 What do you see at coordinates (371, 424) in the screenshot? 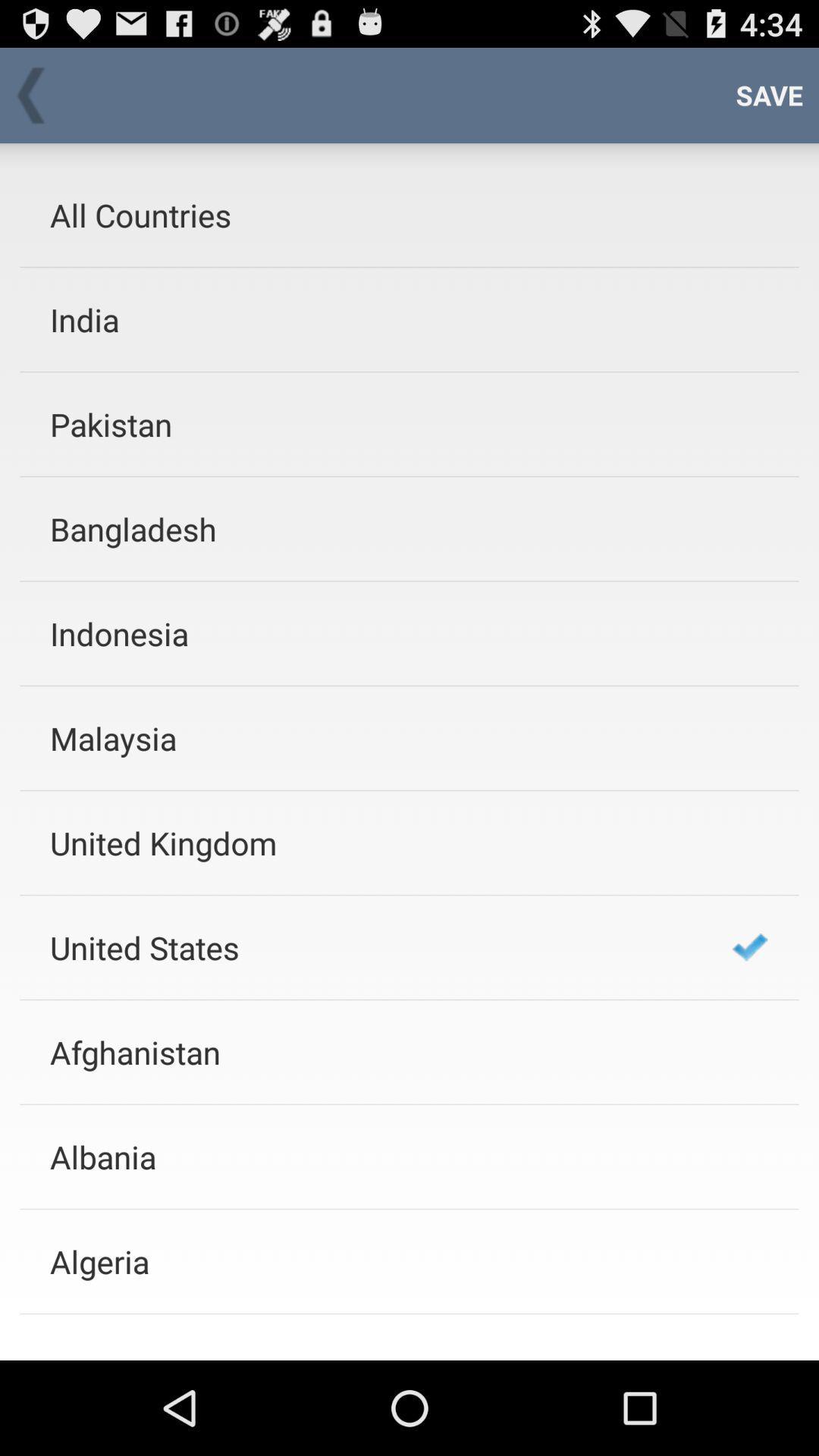
I see `item below the india app` at bounding box center [371, 424].